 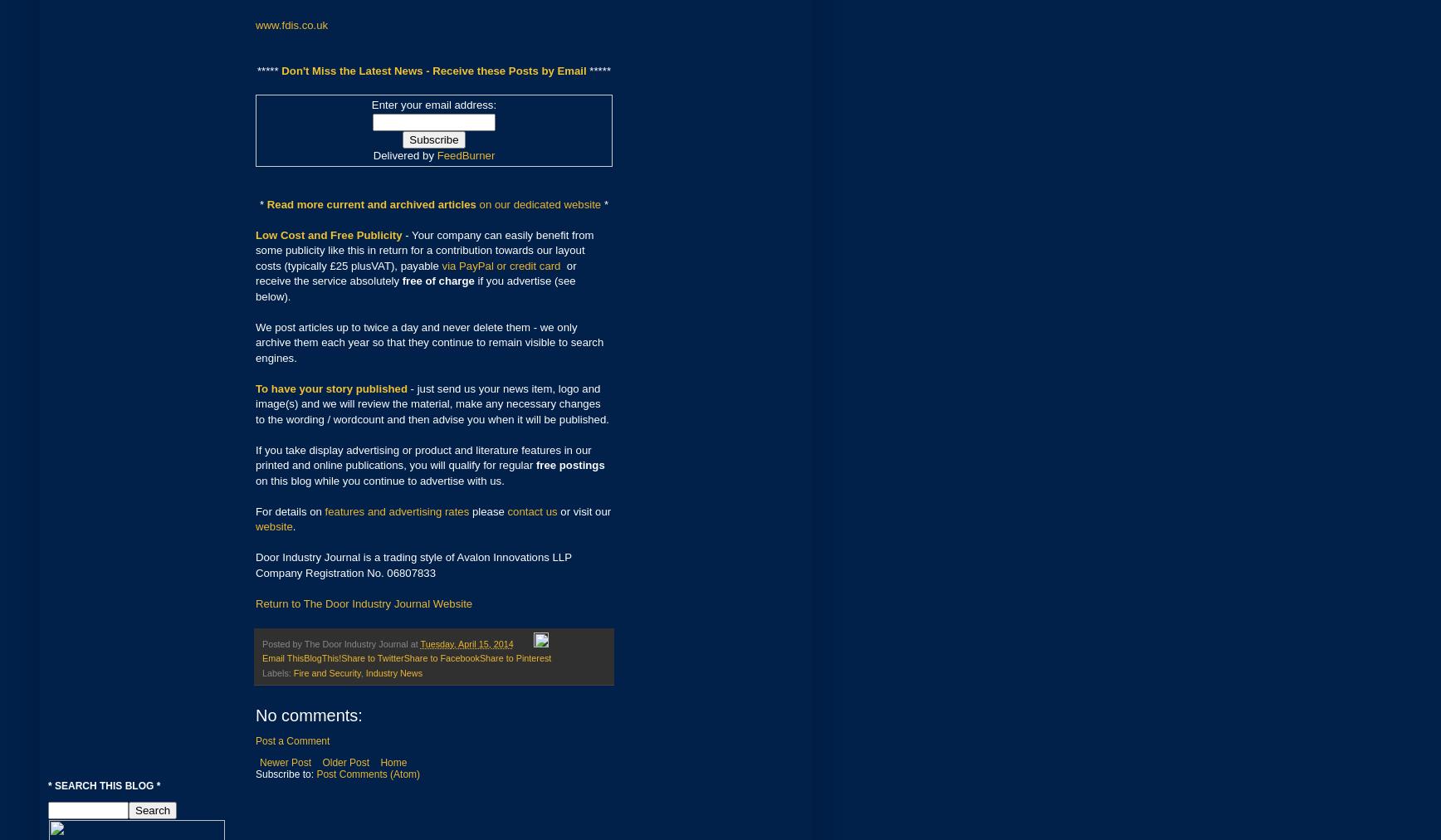 I want to click on '- Your company can easily benefit from some publicity like this in return for a contribution towards our layout costs (typically £25 plusVAT), payable', so click(x=424, y=248).